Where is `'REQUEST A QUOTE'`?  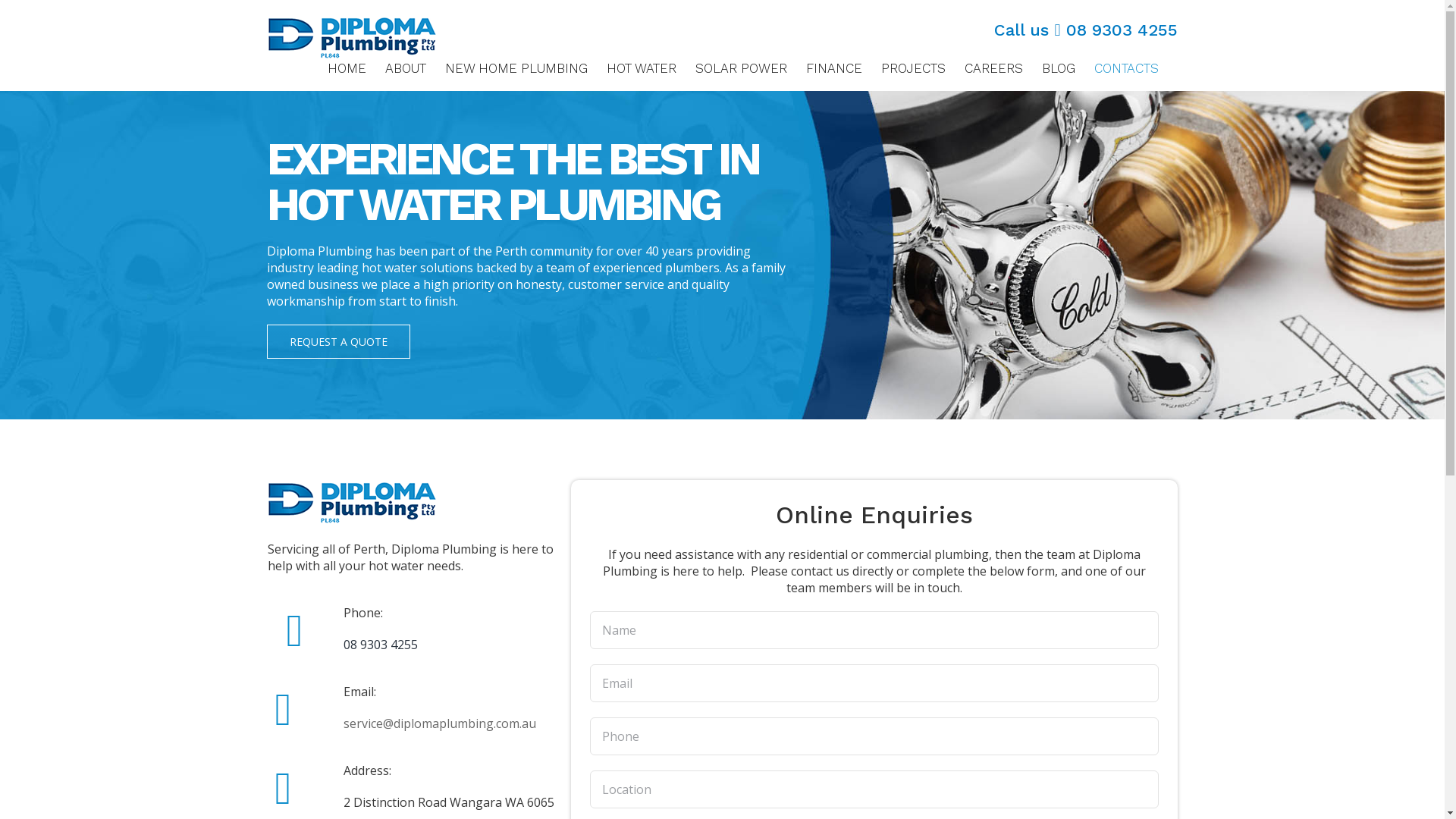 'REQUEST A QUOTE' is located at coordinates (337, 341).